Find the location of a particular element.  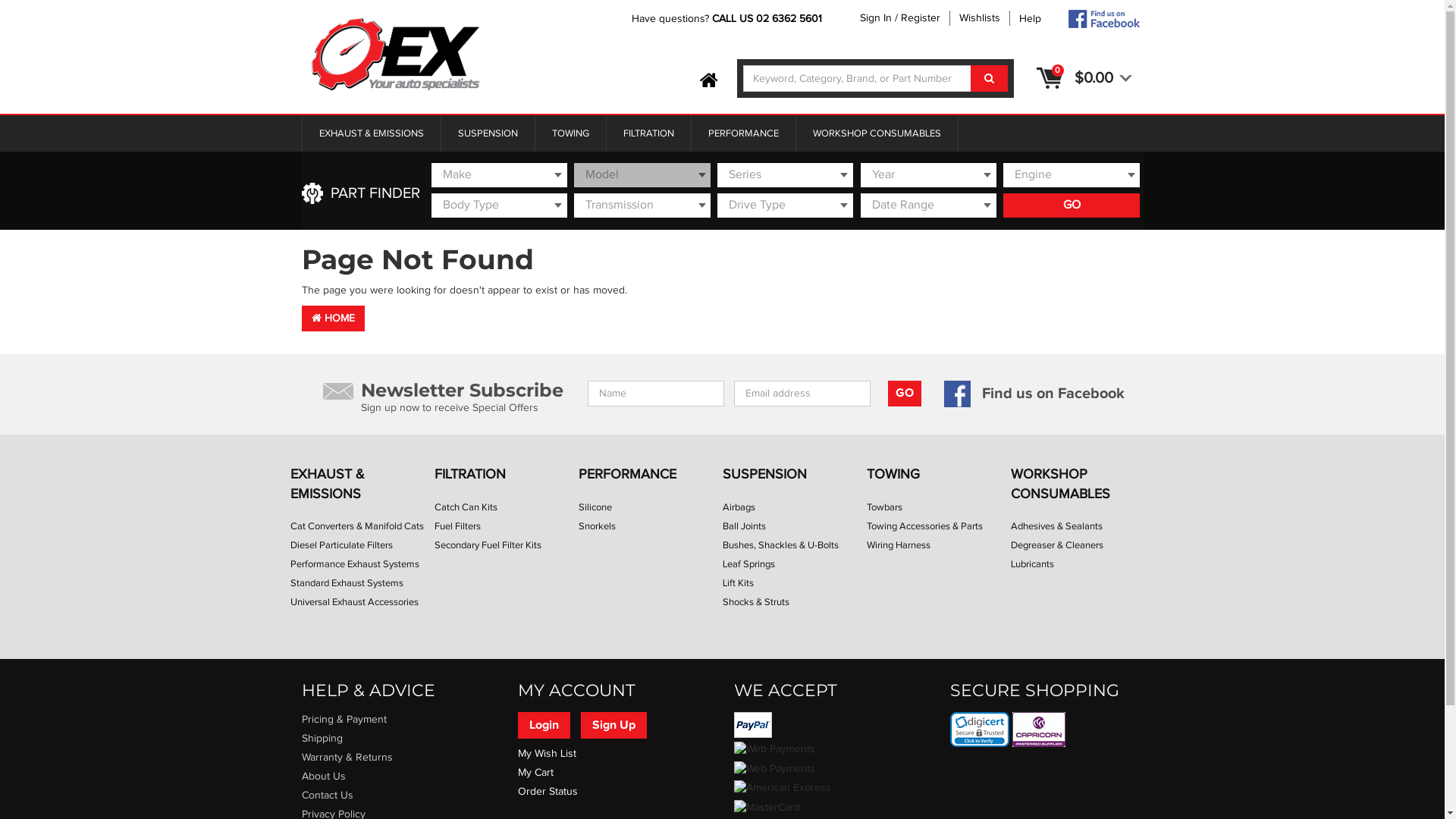

'Lubricants' is located at coordinates (1031, 564).